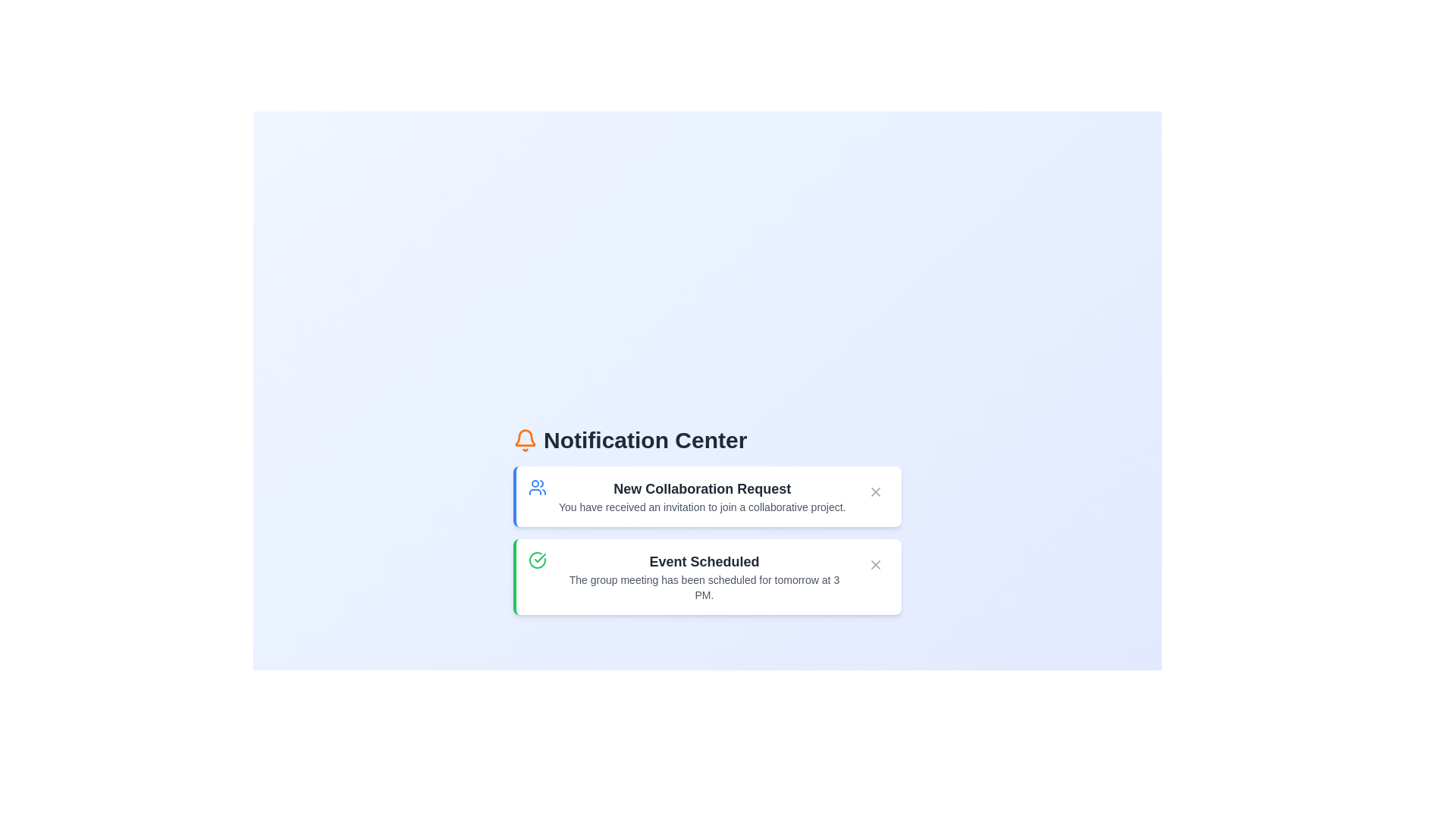 The width and height of the screenshot is (1456, 819). Describe the element at coordinates (876, 491) in the screenshot. I see `the close button icon located at the top-right corner of the notification box titled 'New Collaboration Request'` at that location.